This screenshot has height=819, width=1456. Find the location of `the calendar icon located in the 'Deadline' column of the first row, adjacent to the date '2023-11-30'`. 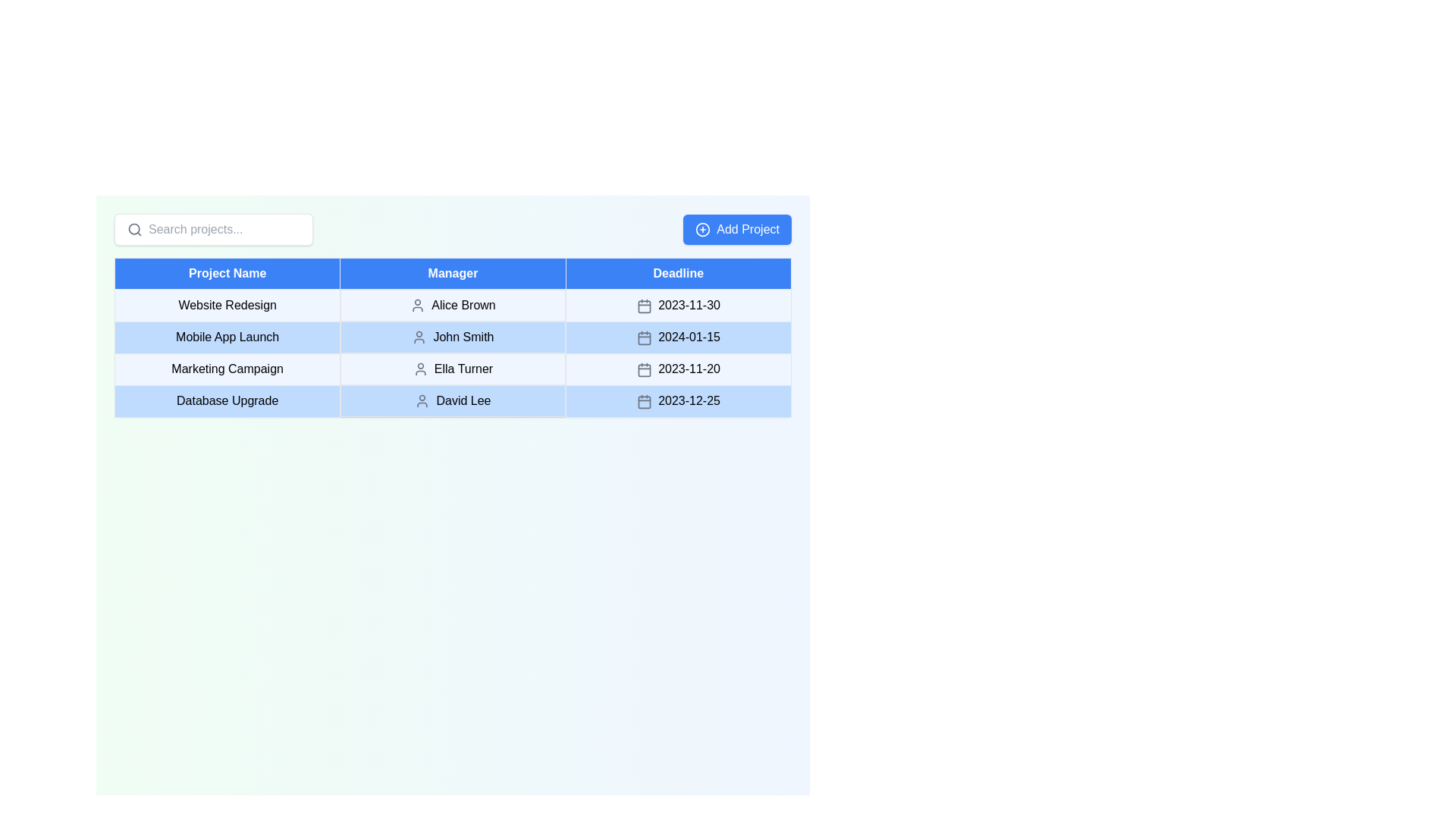

the calendar icon located in the 'Deadline' column of the first row, adjacent to the date '2023-11-30' is located at coordinates (644, 306).